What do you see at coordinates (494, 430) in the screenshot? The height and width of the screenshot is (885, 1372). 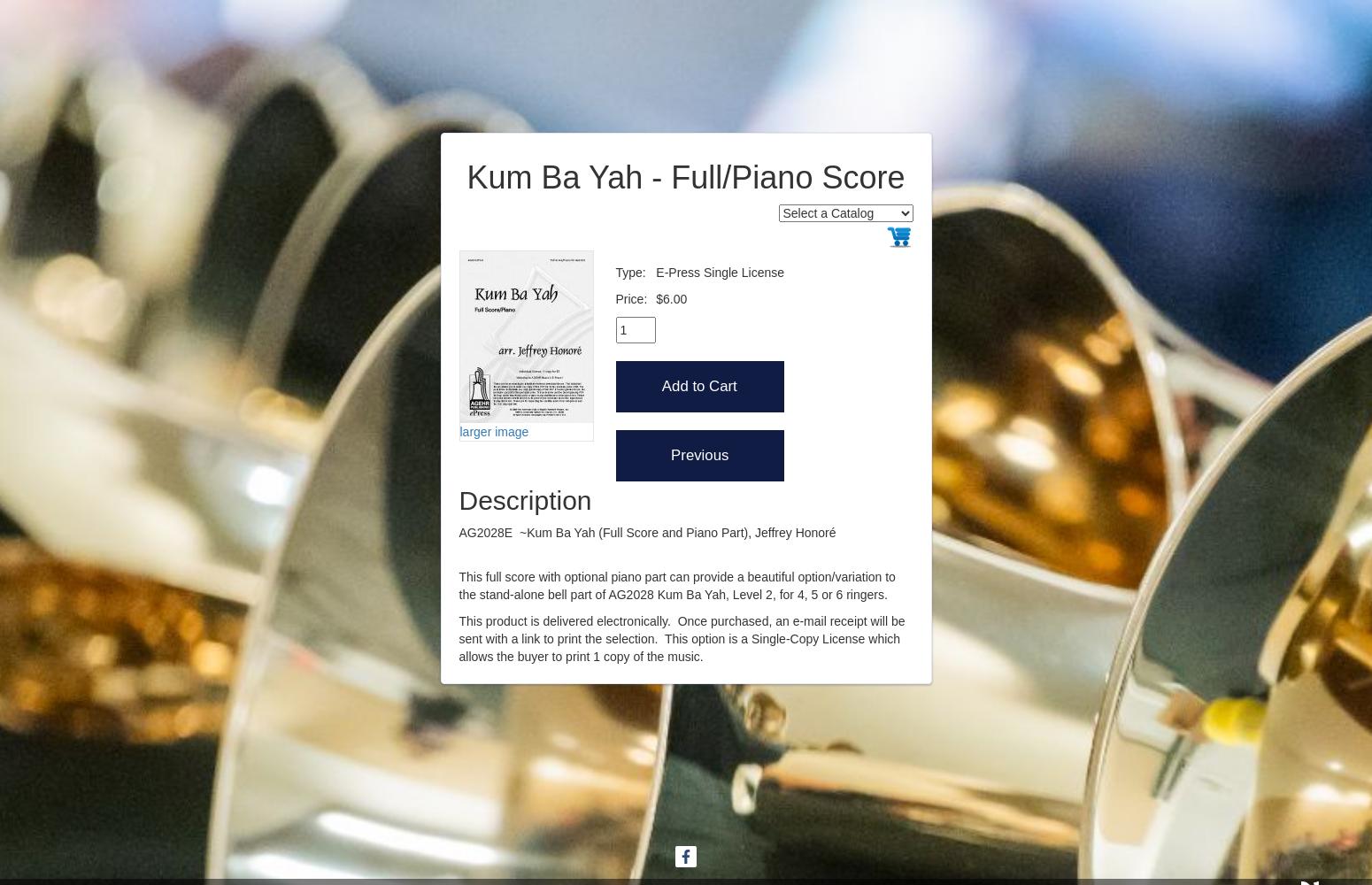 I see `'larger image'` at bounding box center [494, 430].